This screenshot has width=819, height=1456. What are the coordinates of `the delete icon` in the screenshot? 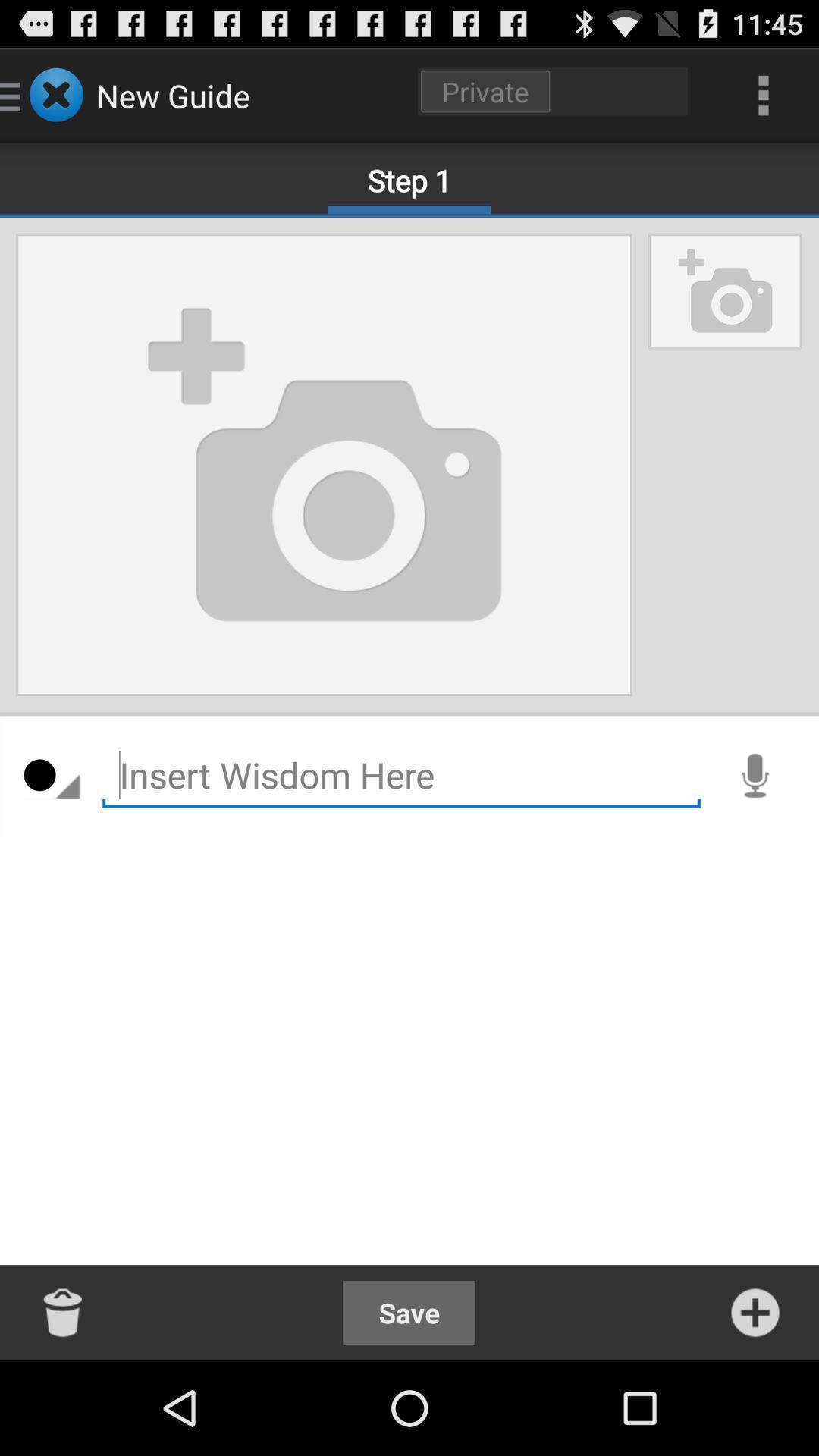 It's located at (63, 1404).